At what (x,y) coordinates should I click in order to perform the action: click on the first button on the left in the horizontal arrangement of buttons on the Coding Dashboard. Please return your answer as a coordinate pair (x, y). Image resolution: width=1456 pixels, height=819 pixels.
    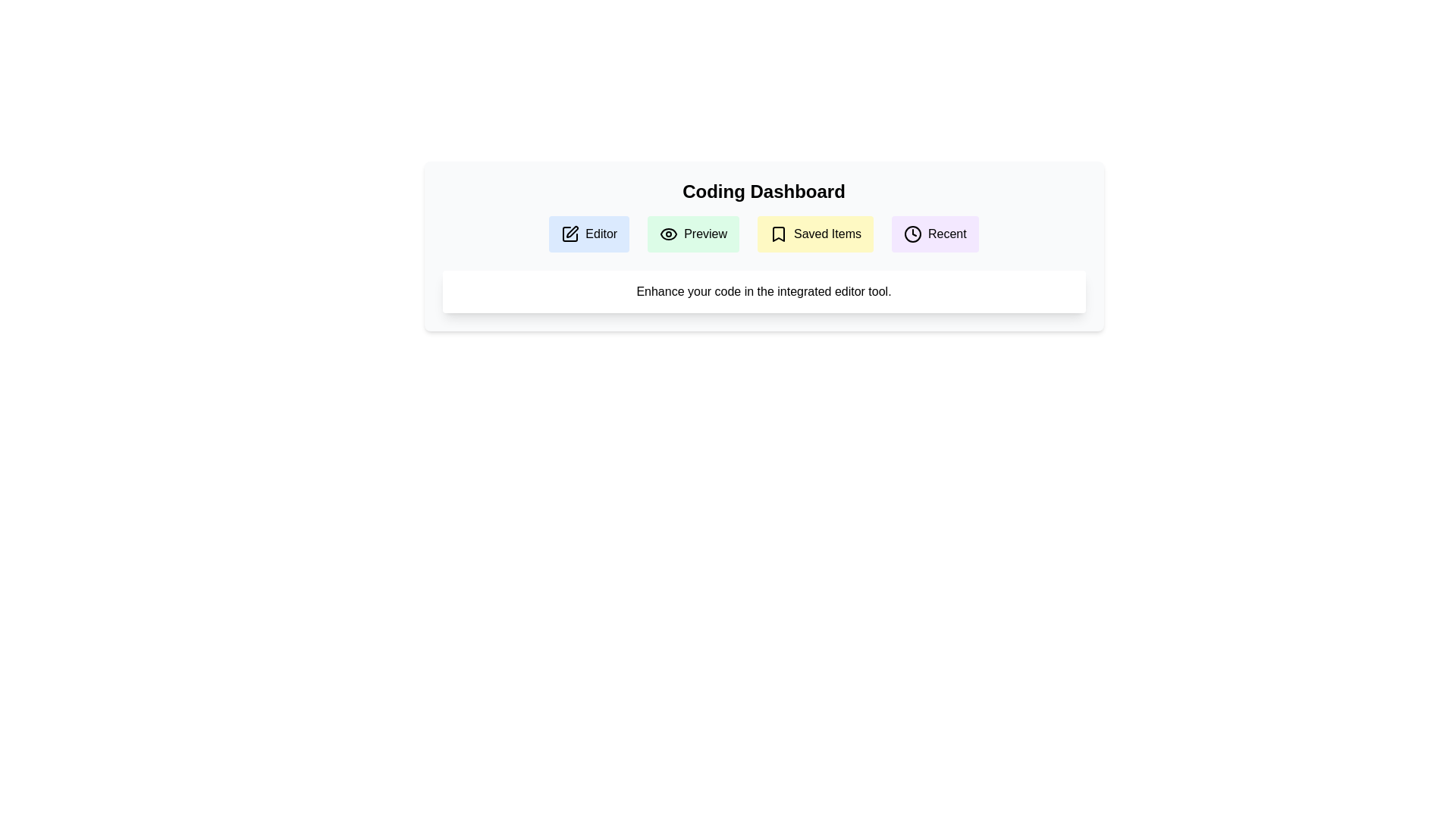
    Looking at the image, I should click on (588, 234).